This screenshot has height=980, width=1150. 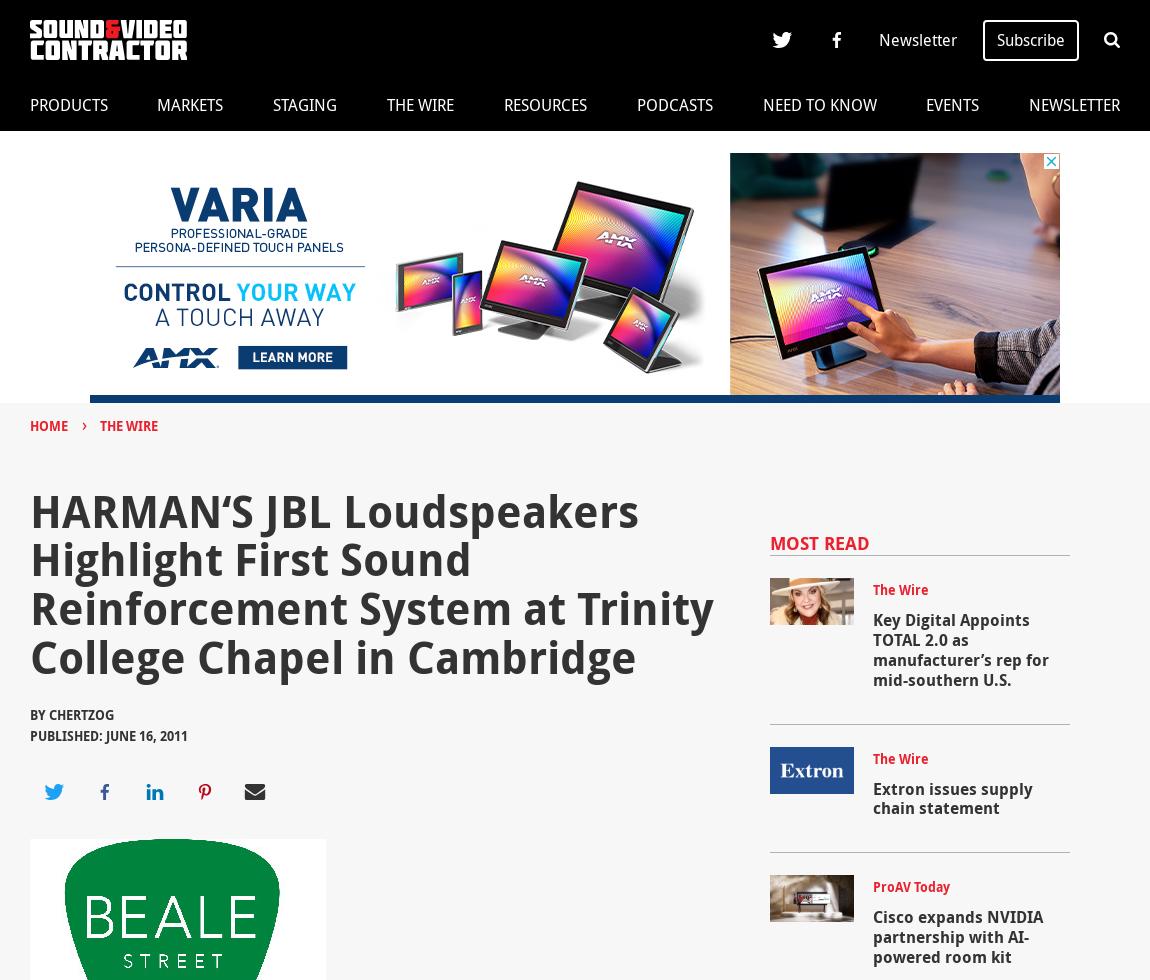 What do you see at coordinates (37, 714) in the screenshot?
I see `'By'` at bounding box center [37, 714].